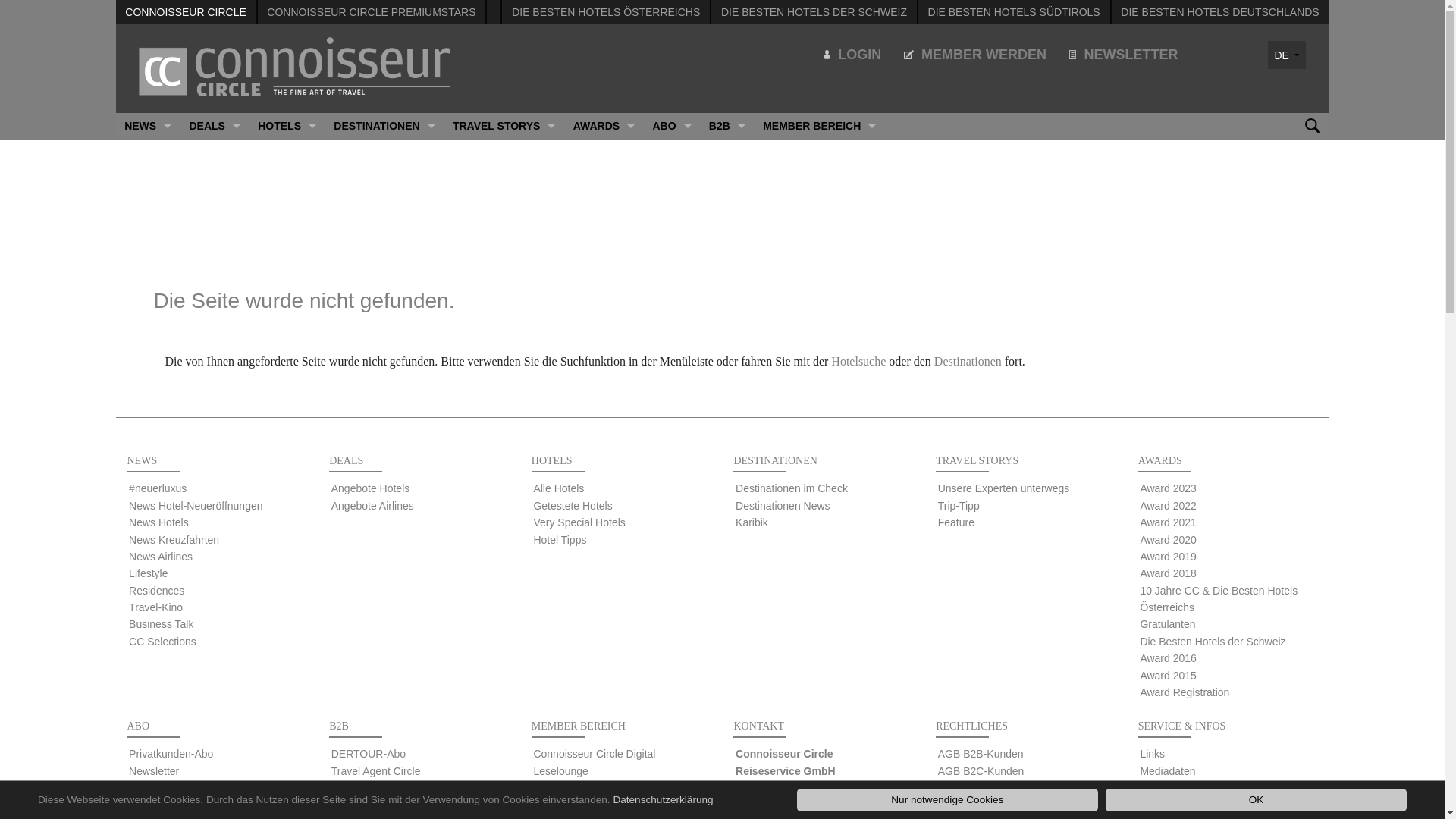  I want to click on 'DIE BESTEN HOTELS DER SCHWEIZ', so click(813, 11).